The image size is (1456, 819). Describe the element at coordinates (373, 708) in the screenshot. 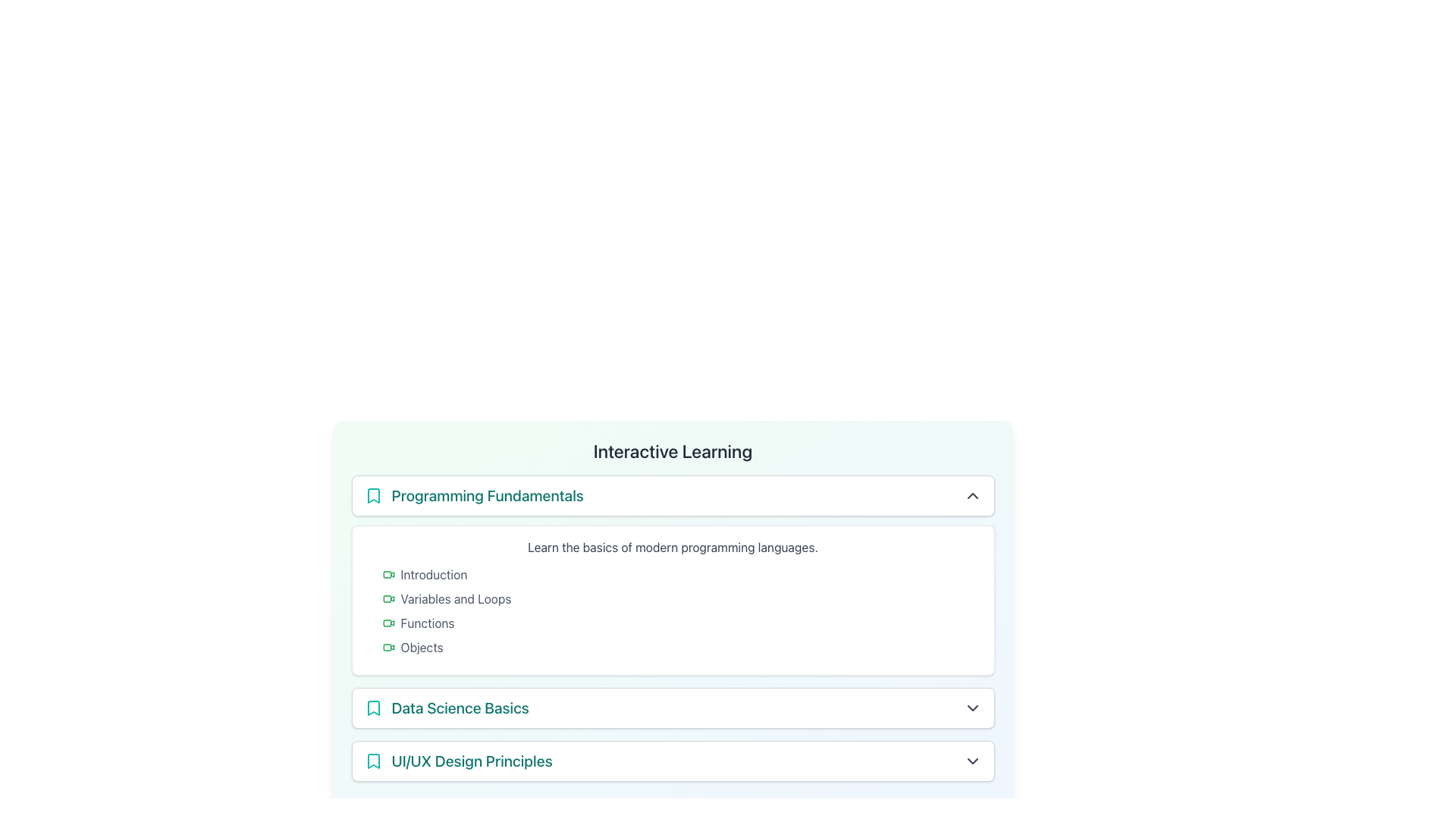

I see `the Icon (SVG graphic) associated with the 'Data Science Basics' section, which is positioned in the second row of the list beneath 'Programming Fundamentals'` at that location.